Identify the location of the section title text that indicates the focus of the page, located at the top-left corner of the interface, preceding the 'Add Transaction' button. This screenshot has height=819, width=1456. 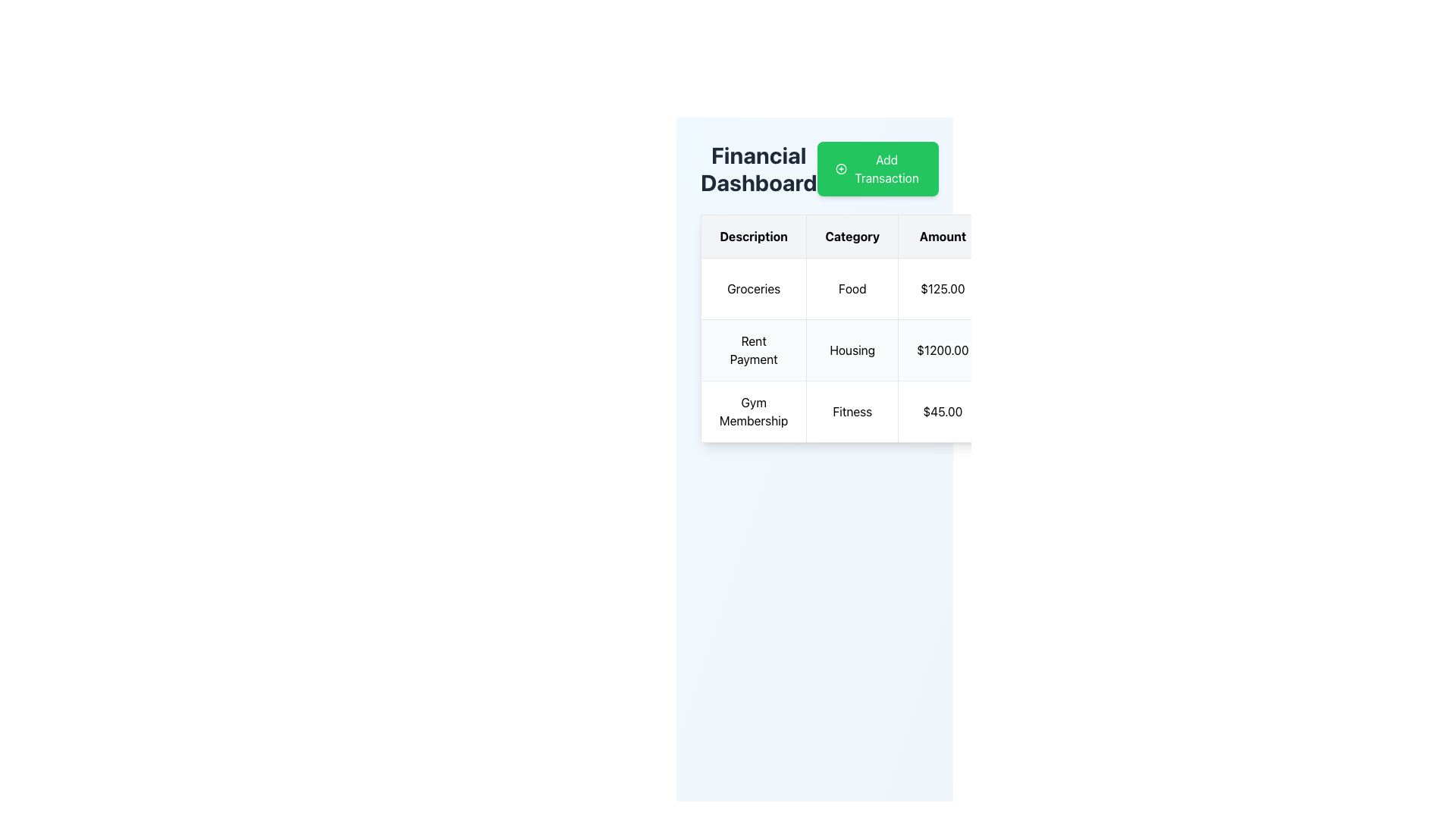
(758, 169).